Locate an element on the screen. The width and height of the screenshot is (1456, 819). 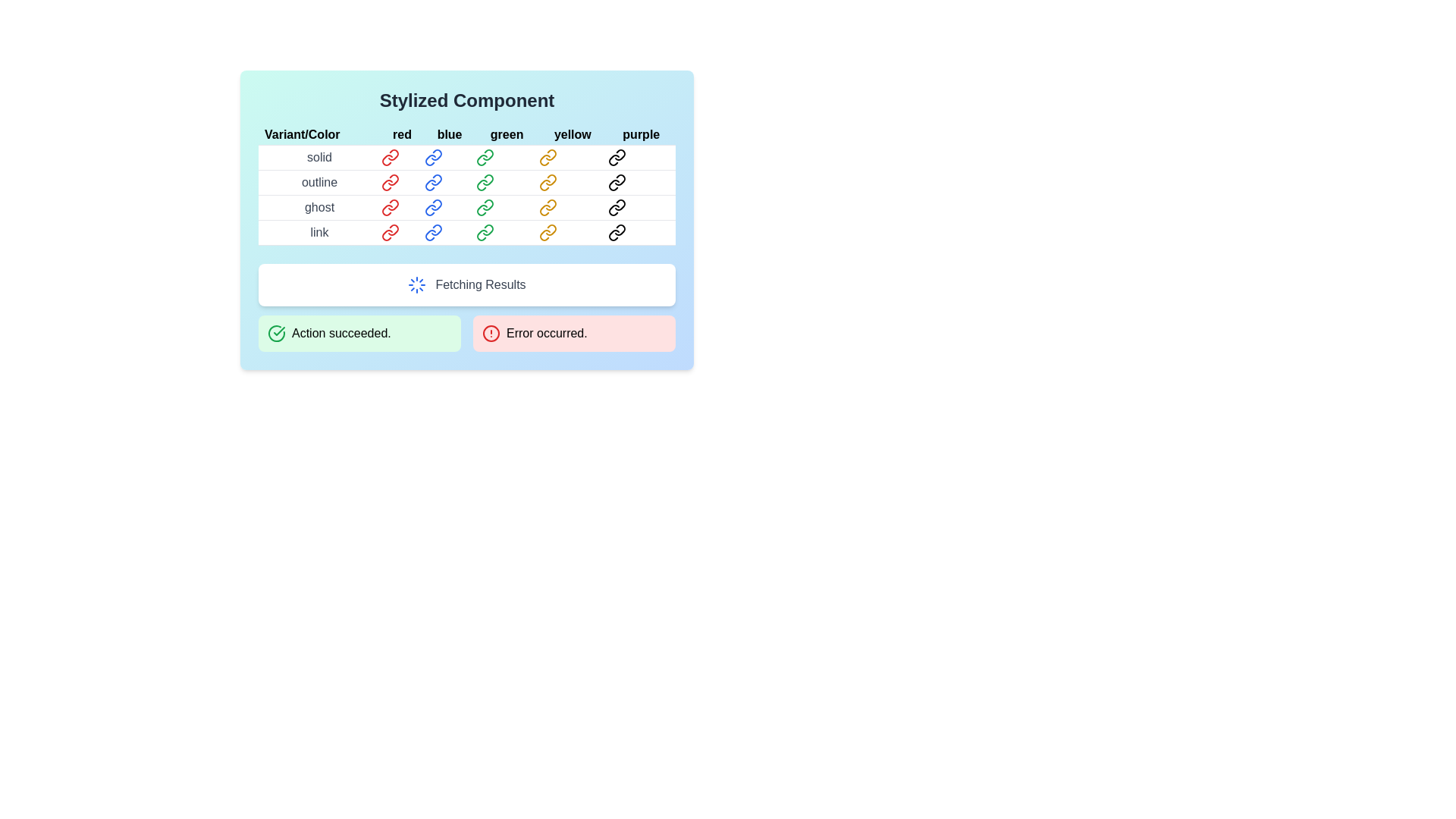
the header label for the 'red' column in the table, which is located in the second column of the header row and is preceded by 'Variant/Color' and followed by 'blue' is located at coordinates (402, 134).